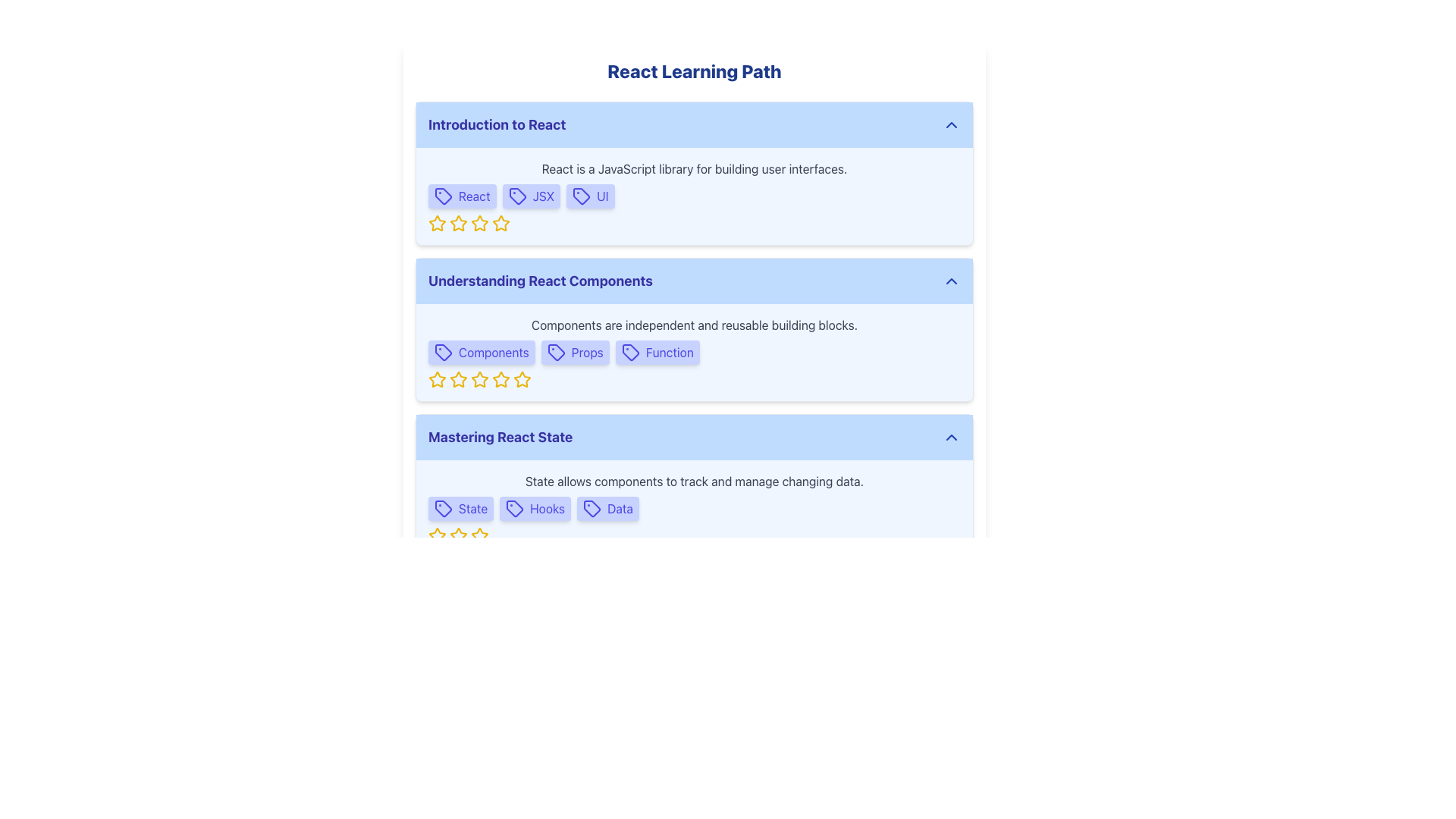 This screenshot has height=819, width=1456. What do you see at coordinates (479, 535) in the screenshot?
I see `the fifth star icon in the rating bar located at the bottom of the 'Mastering React State' section` at bounding box center [479, 535].